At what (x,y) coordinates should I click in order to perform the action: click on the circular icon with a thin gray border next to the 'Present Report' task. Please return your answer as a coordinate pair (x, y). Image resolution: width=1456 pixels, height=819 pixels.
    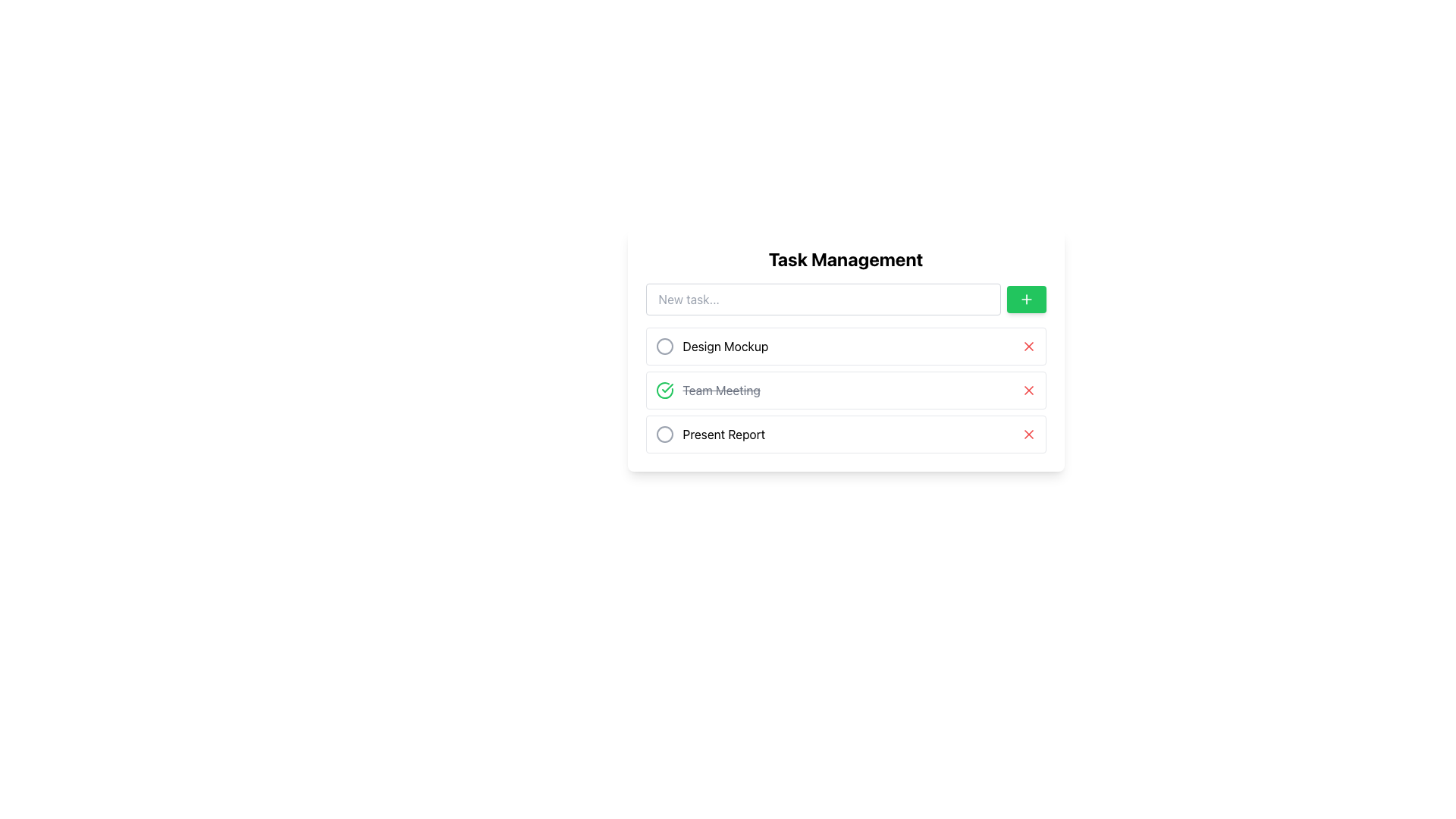
    Looking at the image, I should click on (664, 435).